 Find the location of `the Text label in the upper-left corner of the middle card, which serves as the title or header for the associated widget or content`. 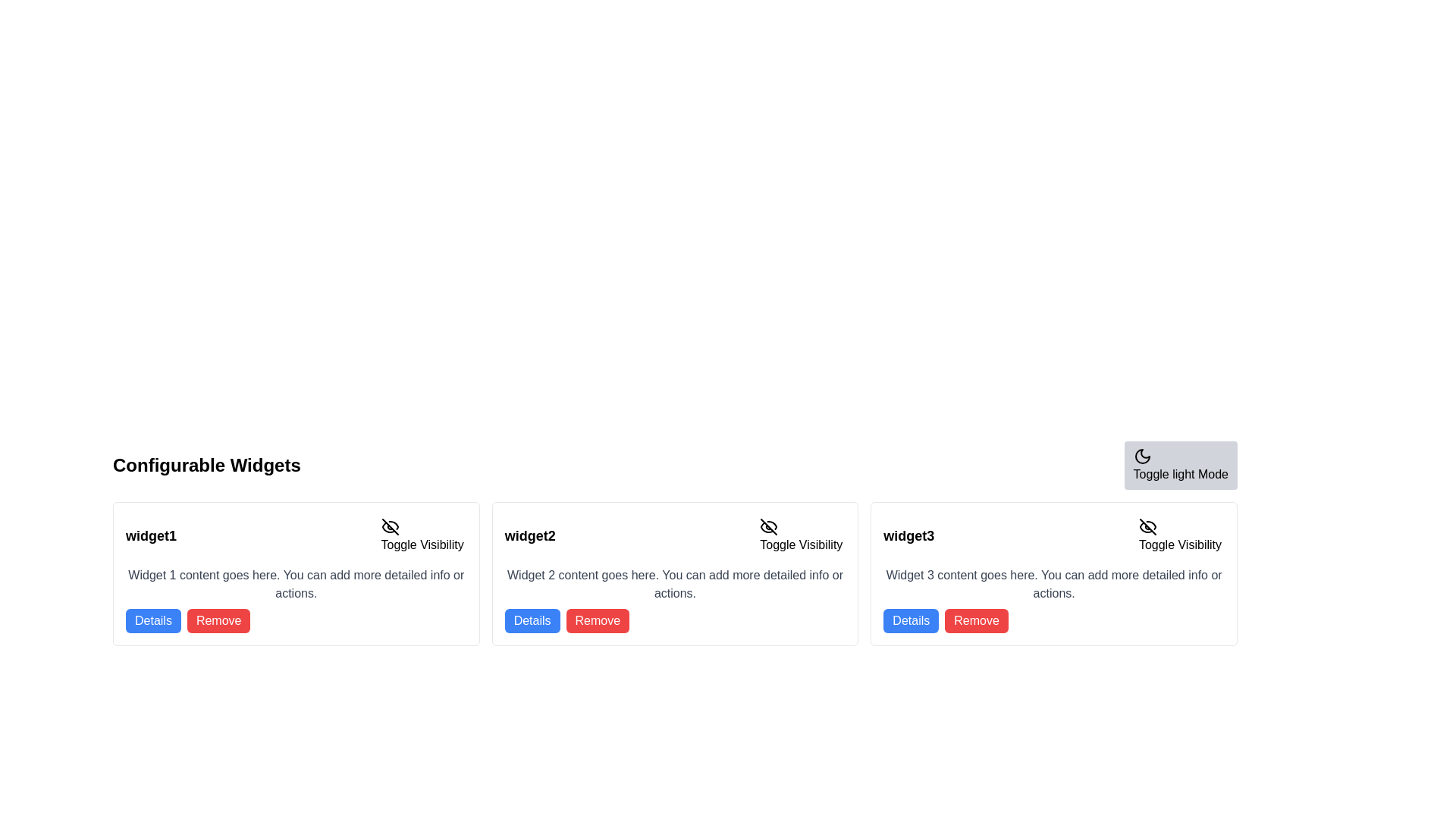

the Text label in the upper-left corner of the middle card, which serves as the title or header for the associated widget or content is located at coordinates (530, 535).